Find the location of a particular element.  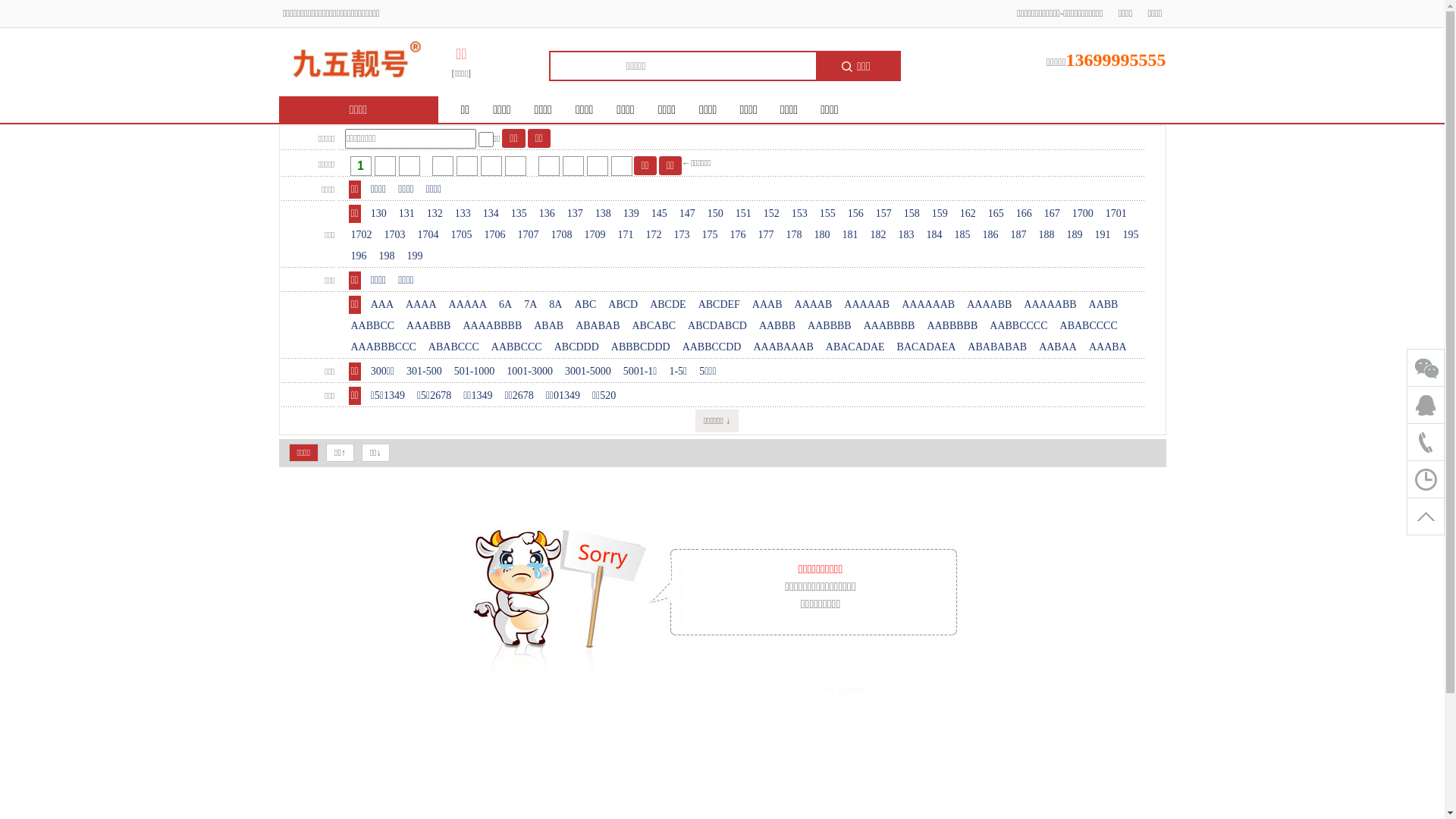

'ABACADAE' is located at coordinates (822, 347).